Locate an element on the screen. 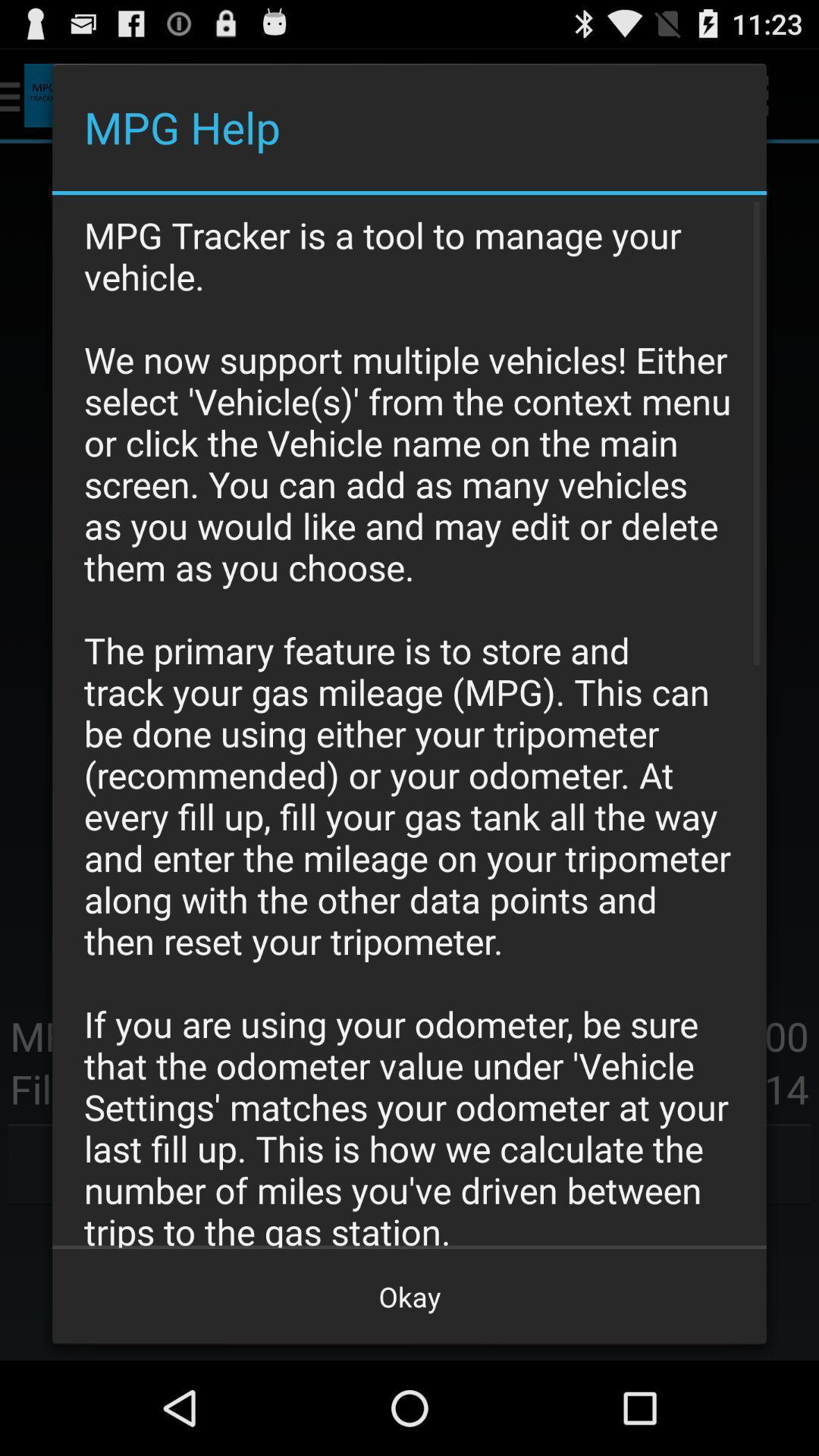 Image resolution: width=819 pixels, height=1456 pixels. okay is located at coordinates (409, 1295).